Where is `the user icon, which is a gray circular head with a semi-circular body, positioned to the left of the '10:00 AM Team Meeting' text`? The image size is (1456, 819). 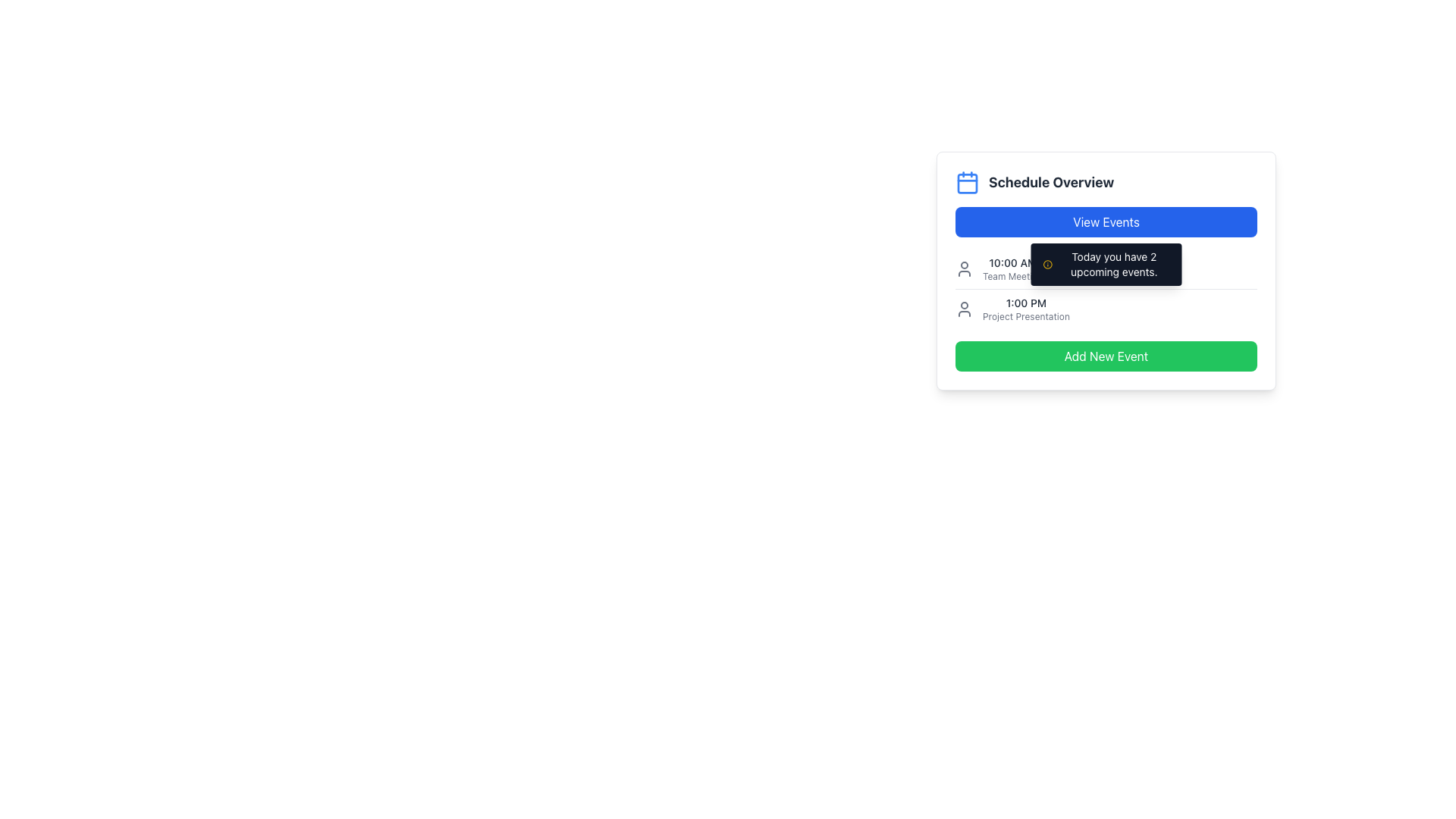
the user icon, which is a gray circular head with a semi-circular body, positioned to the left of the '10:00 AM Team Meeting' text is located at coordinates (964, 268).